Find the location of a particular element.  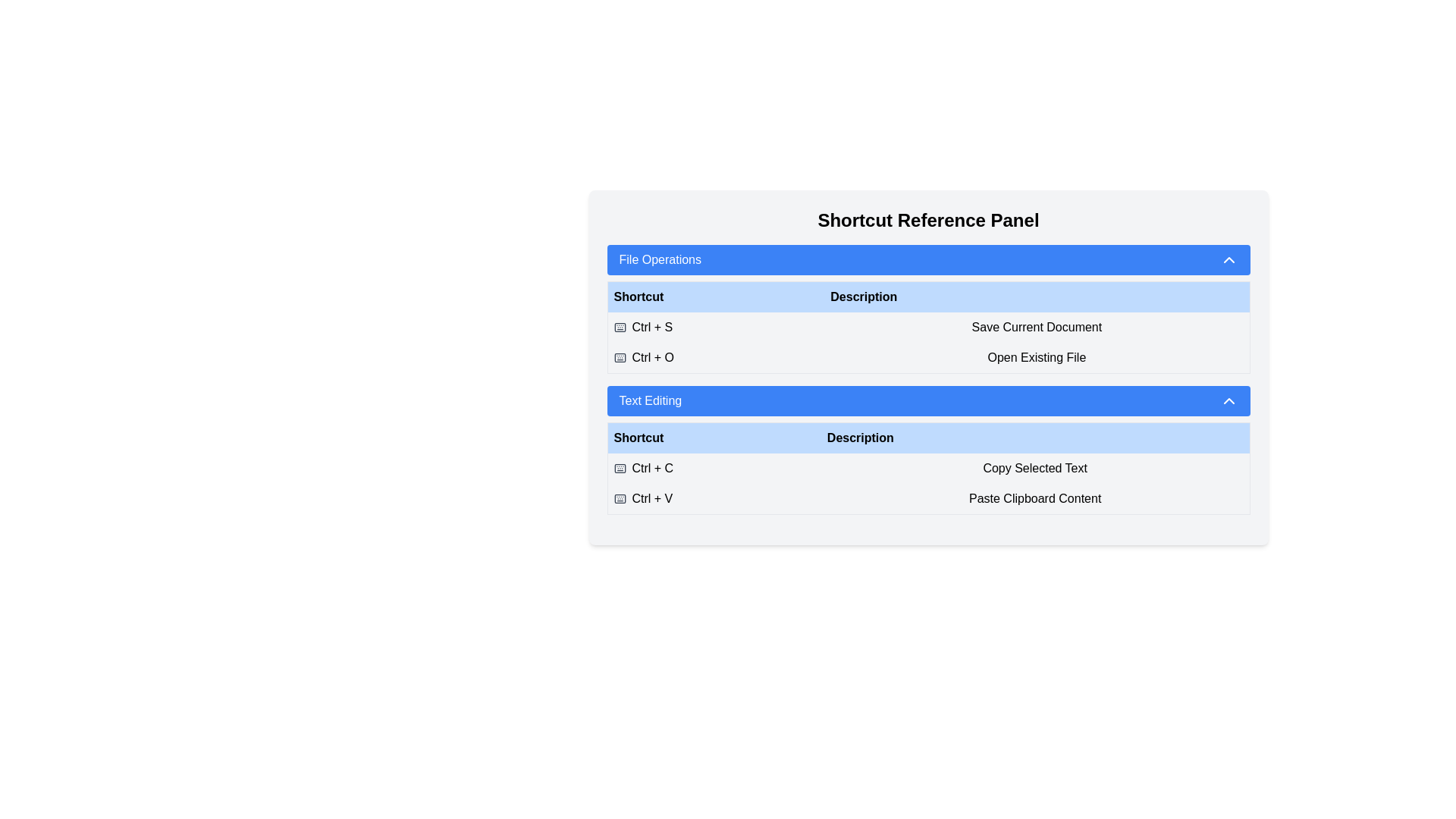

the non-interactive text label that indicates the 'Ctrl + V' keyboard shortcut in the 'Text Editing' section of the 'Shortcut Reference Panel' is located at coordinates (652, 499).